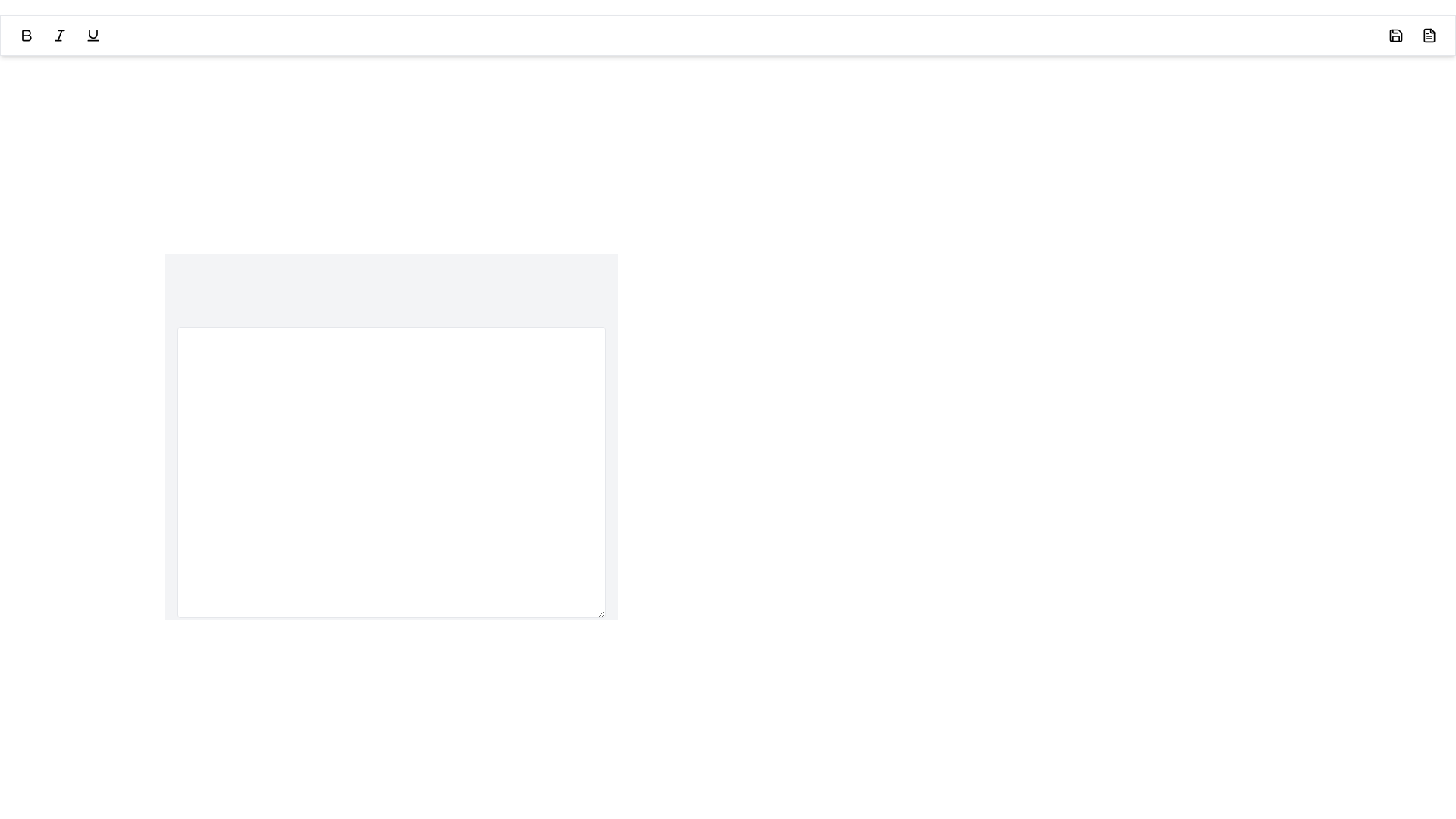 The image size is (1456, 819). What do you see at coordinates (1395, 34) in the screenshot?
I see `the floppy disk icon within the rounded rectangular button` at bounding box center [1395, 34].